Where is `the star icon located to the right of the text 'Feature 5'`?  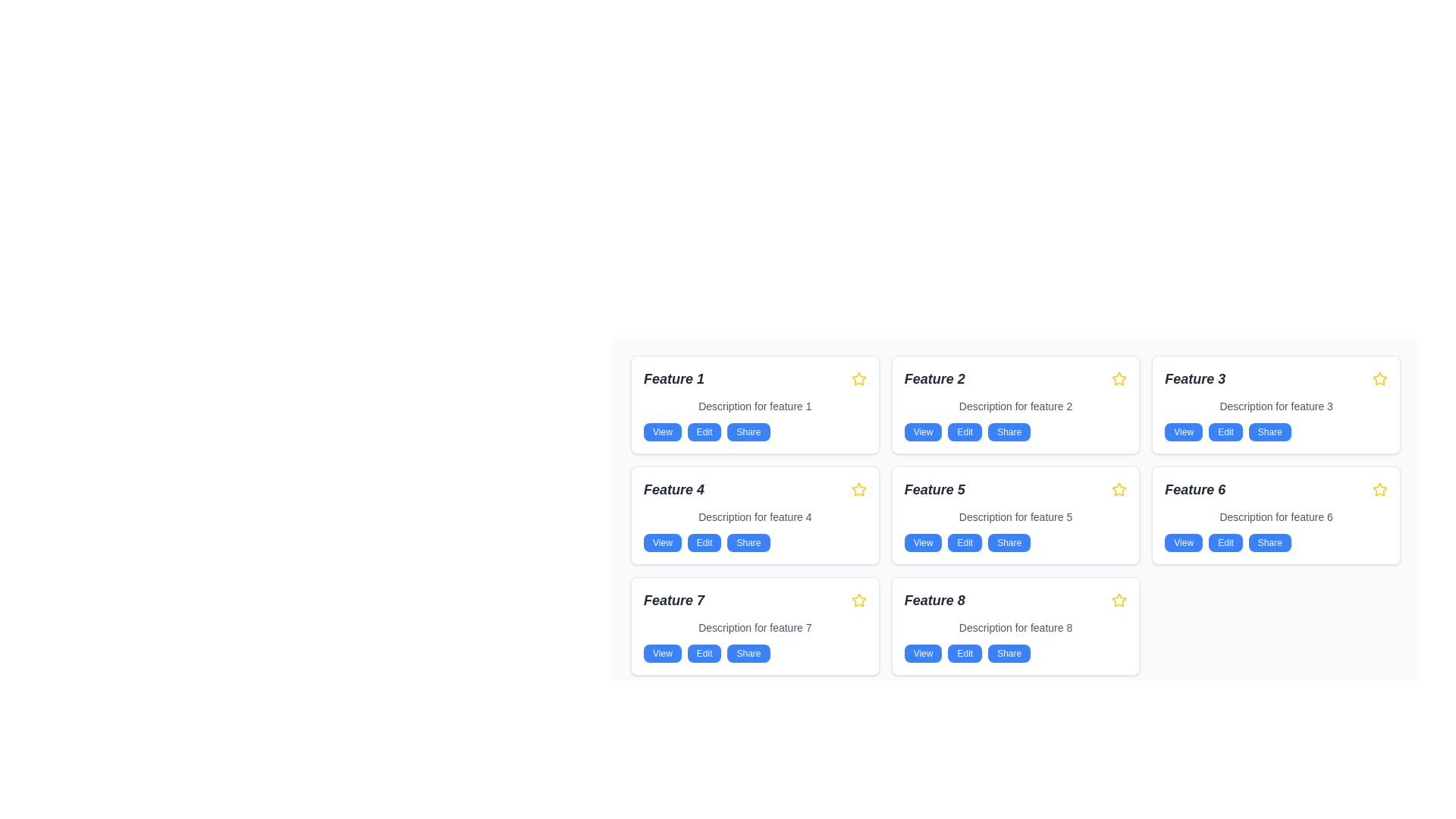
the star icon located to the right of the text 'Feature 5' is located at coordinates (1119, 489).